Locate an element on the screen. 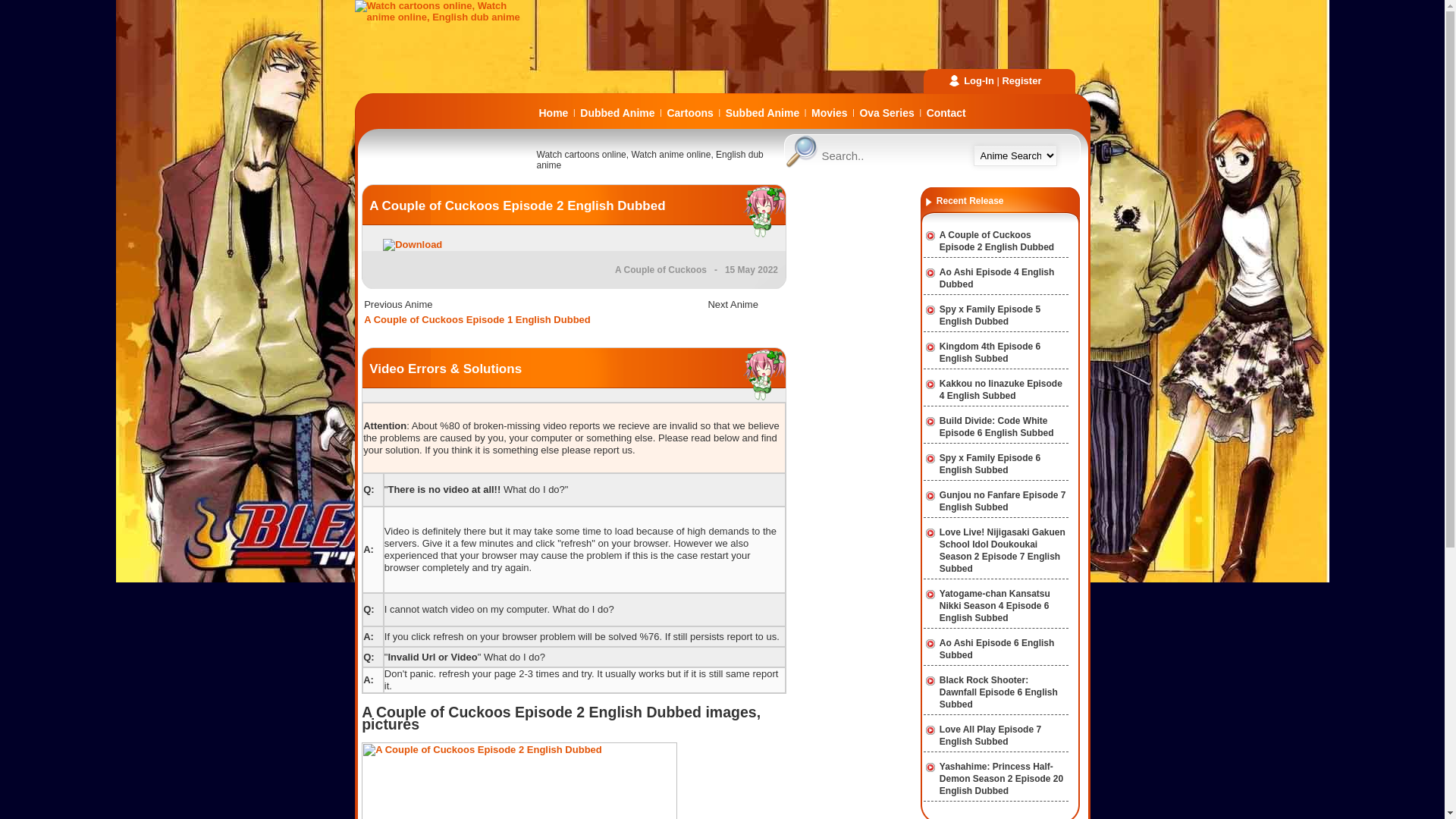 Image resolution: width=1456 pixels, height=819 pixels. 'Gunjou no Fanfare Episode 7 English Subbed' is located at coordinates (938, 500).